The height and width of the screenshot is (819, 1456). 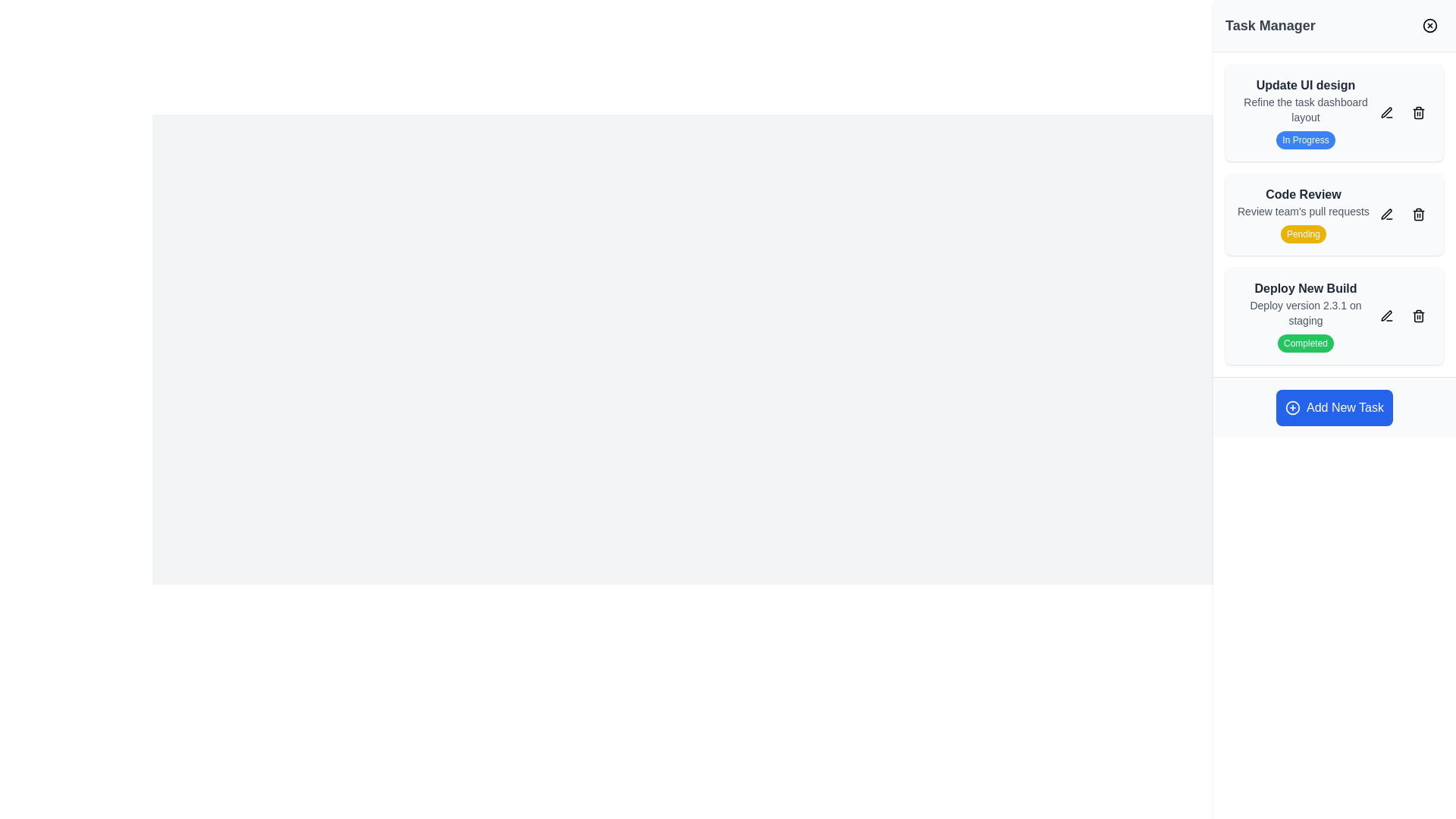 What do you see at coordinates (1386, 214) in the screenshot?
I see `the pen icon button located on the right side of the 'Code Review' task item` at bounding box center [1386, 214].